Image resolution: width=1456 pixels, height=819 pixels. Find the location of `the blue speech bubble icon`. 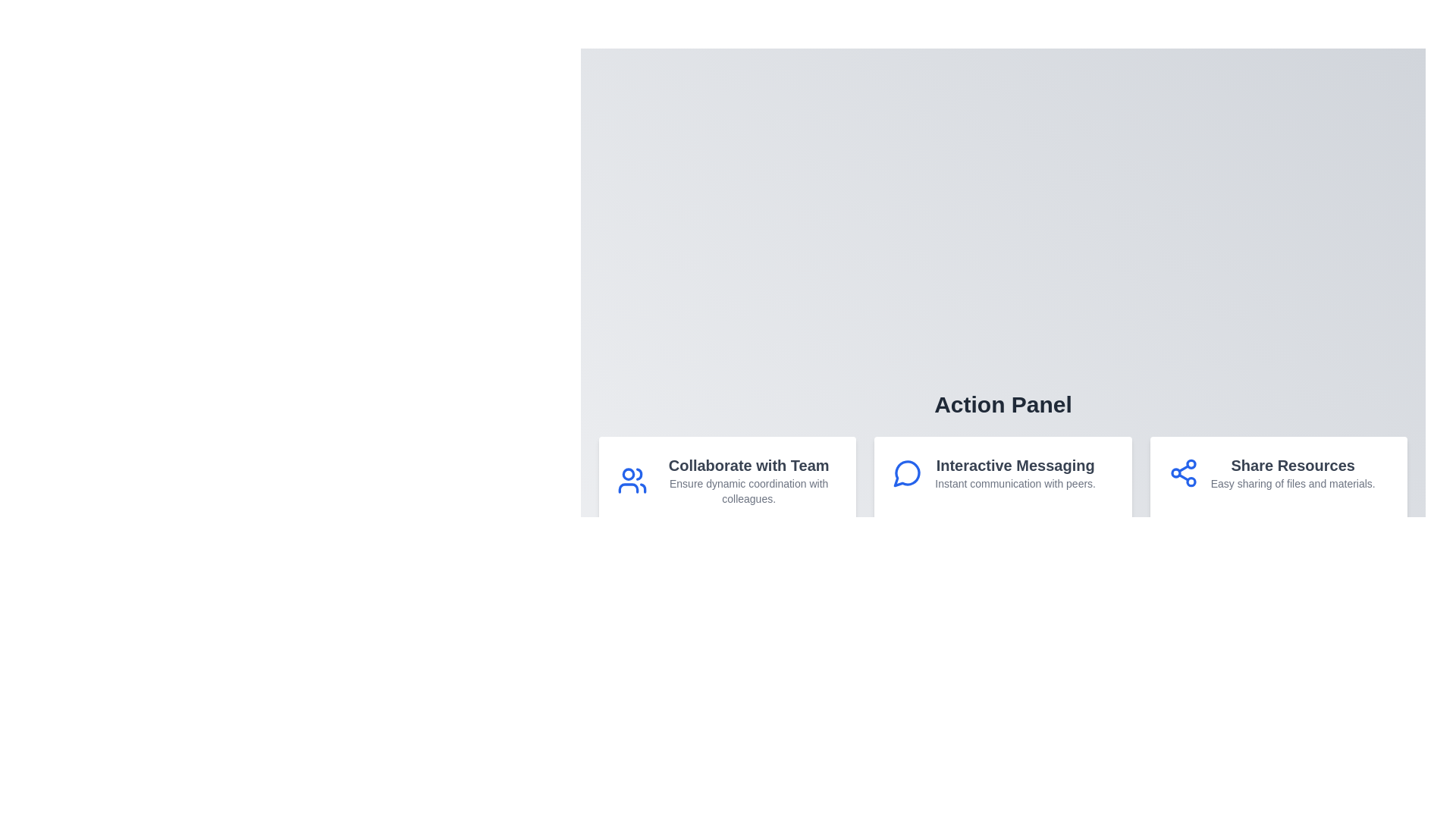

the blue speech bubble icon is located at coordinates (908, 472).